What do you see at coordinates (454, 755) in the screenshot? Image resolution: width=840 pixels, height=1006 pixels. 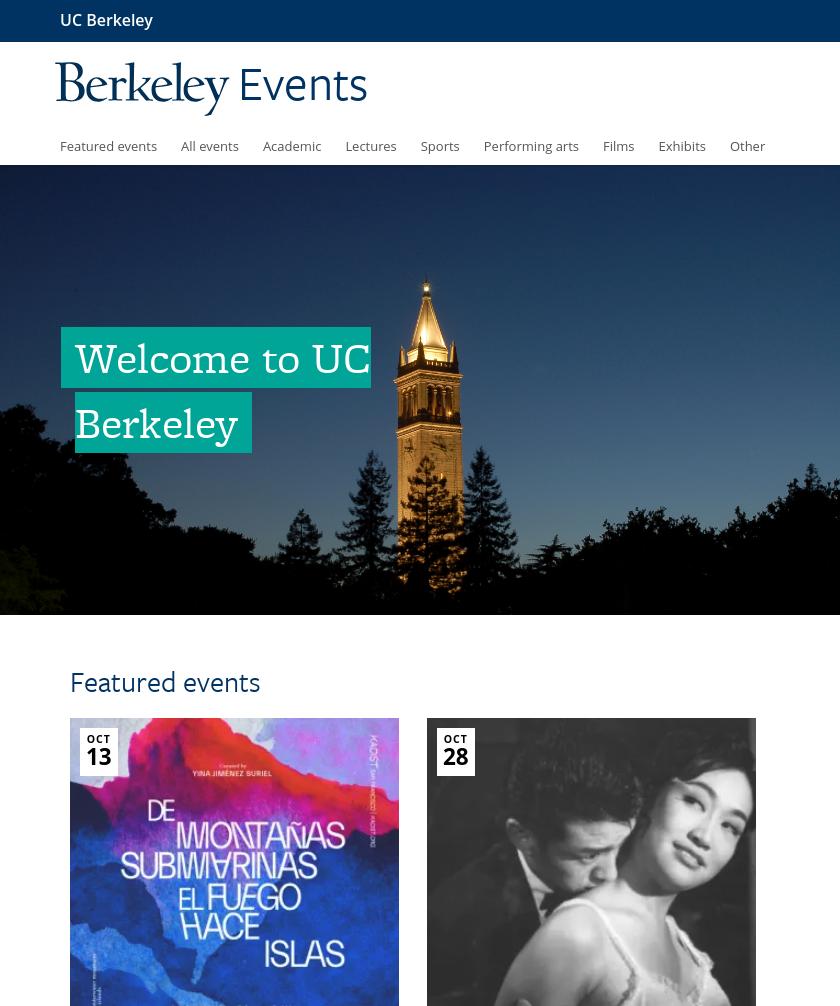 I see `'28'` at bounding box center [454, 755].